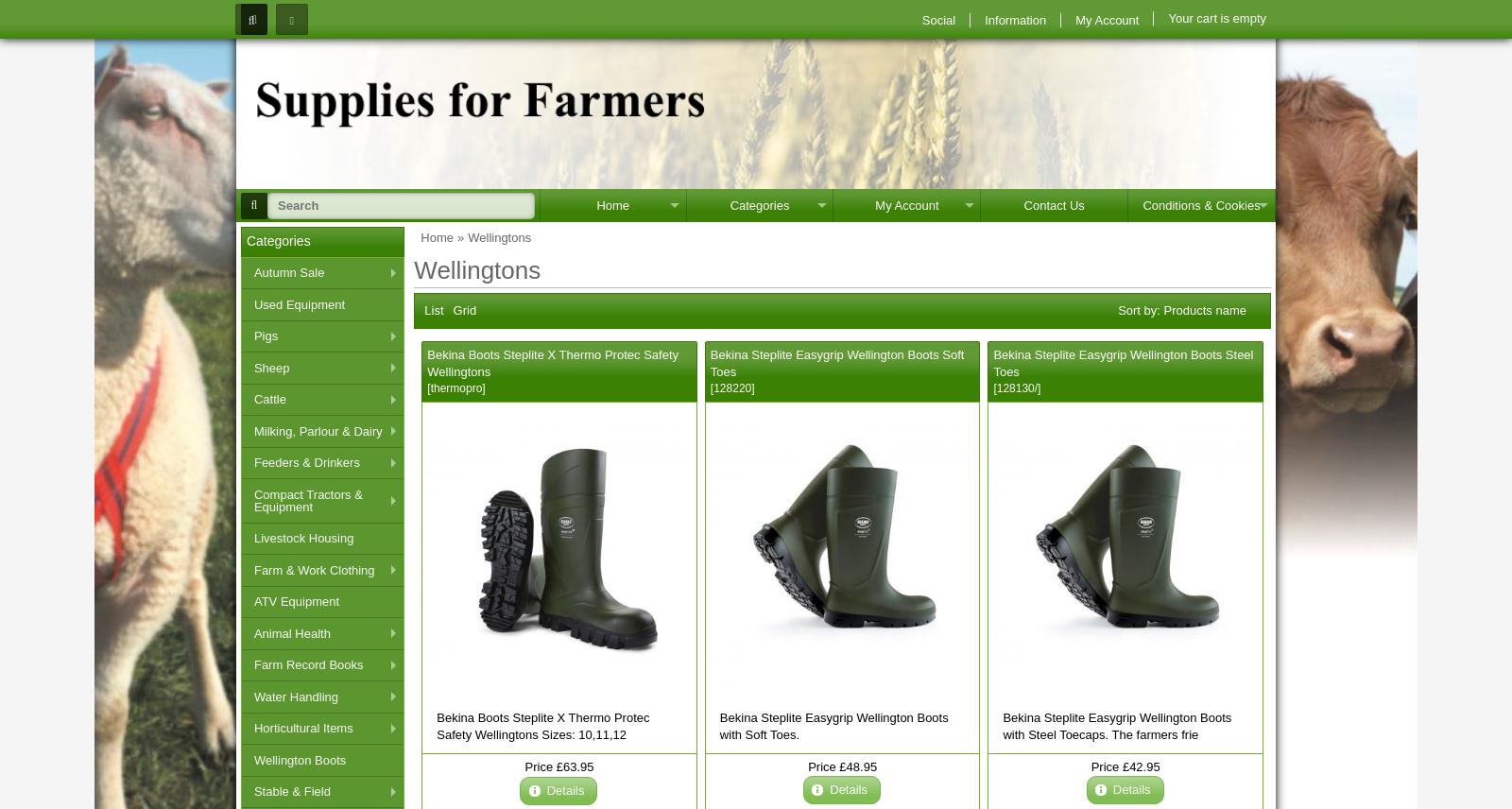  Describe the element at coordinates (436, 236) in the screenshot. I see `'Home'` at that location.